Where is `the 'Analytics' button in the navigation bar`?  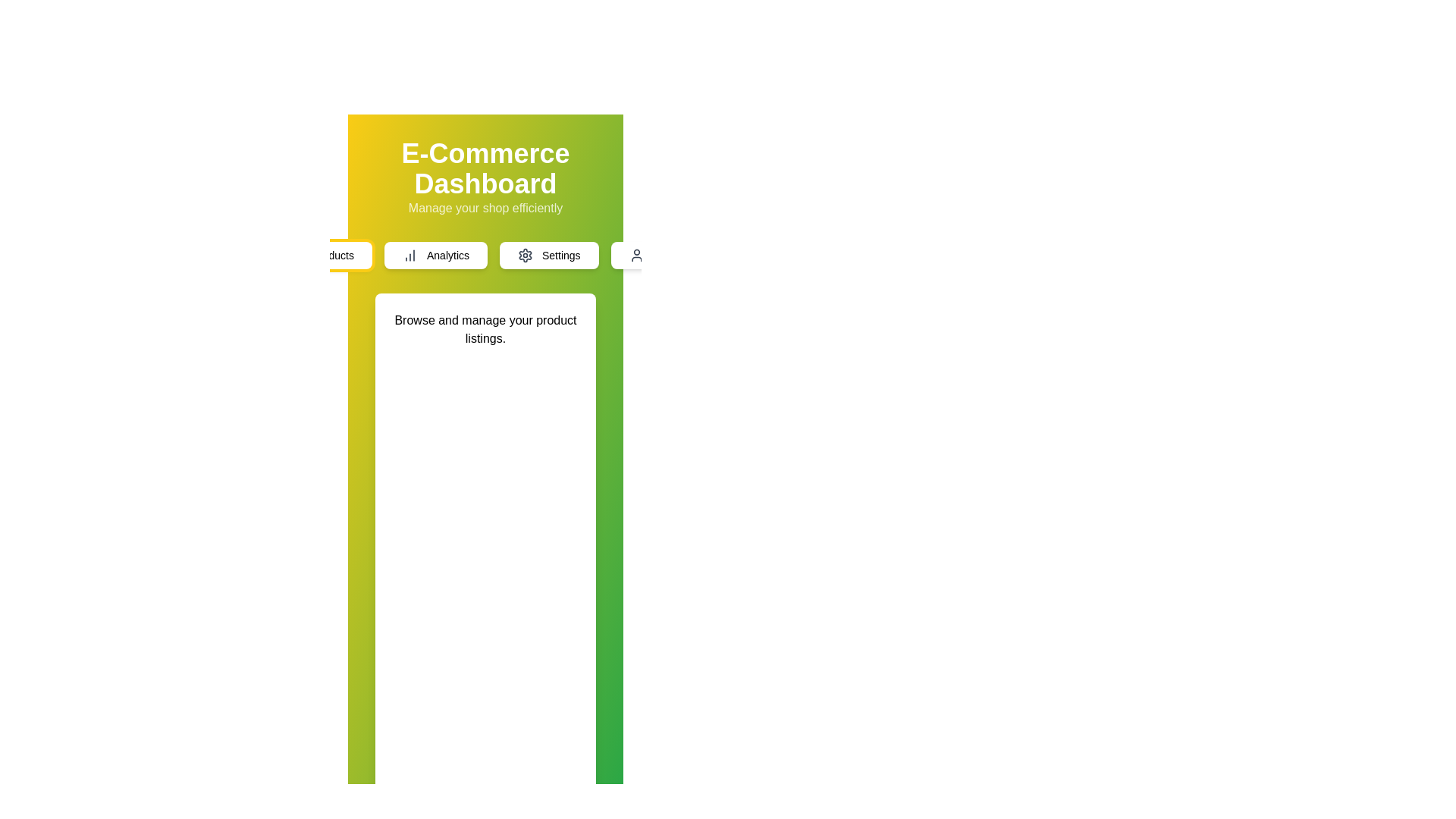
the 'Analytics' button in the navigation bar is located at coordinates (485, 254).